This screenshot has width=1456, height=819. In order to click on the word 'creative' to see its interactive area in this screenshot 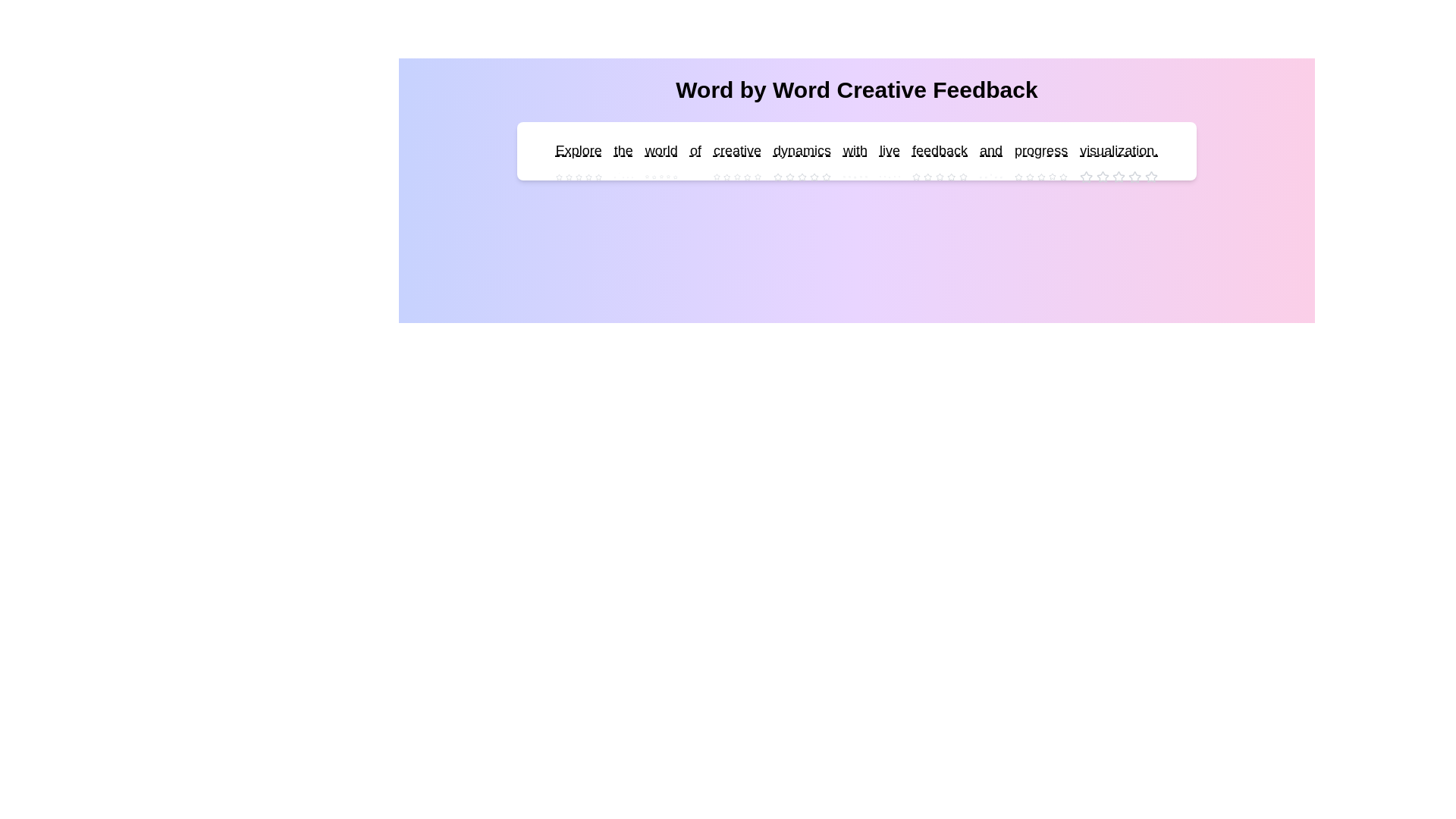, I will do `click(737, 151)`.